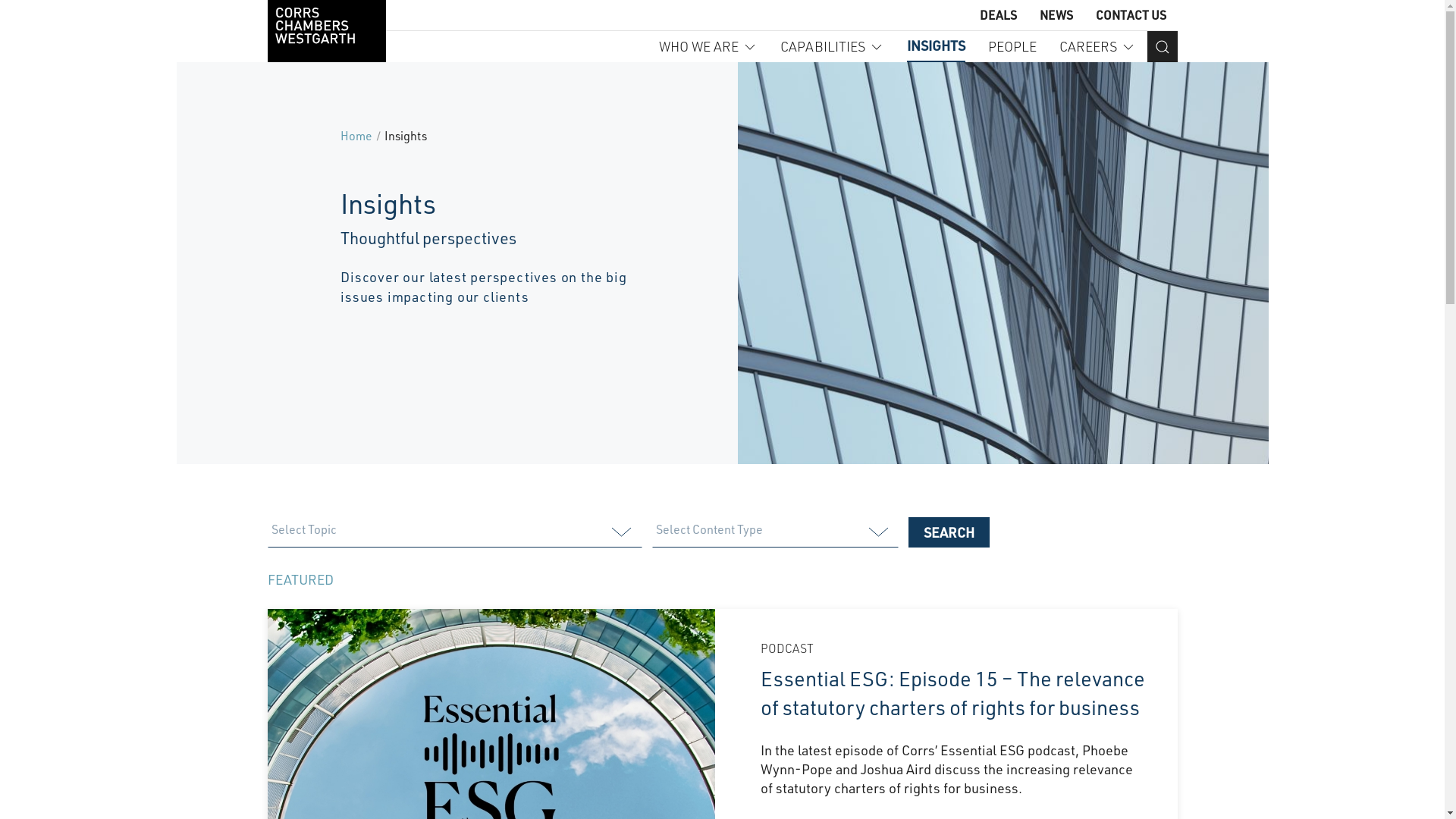 The image size is (1456, 819). What do you see at coordinates (706, 45) in the screenshot?
I see `'WHO WE ARE'` at bounding box center [706, 45].